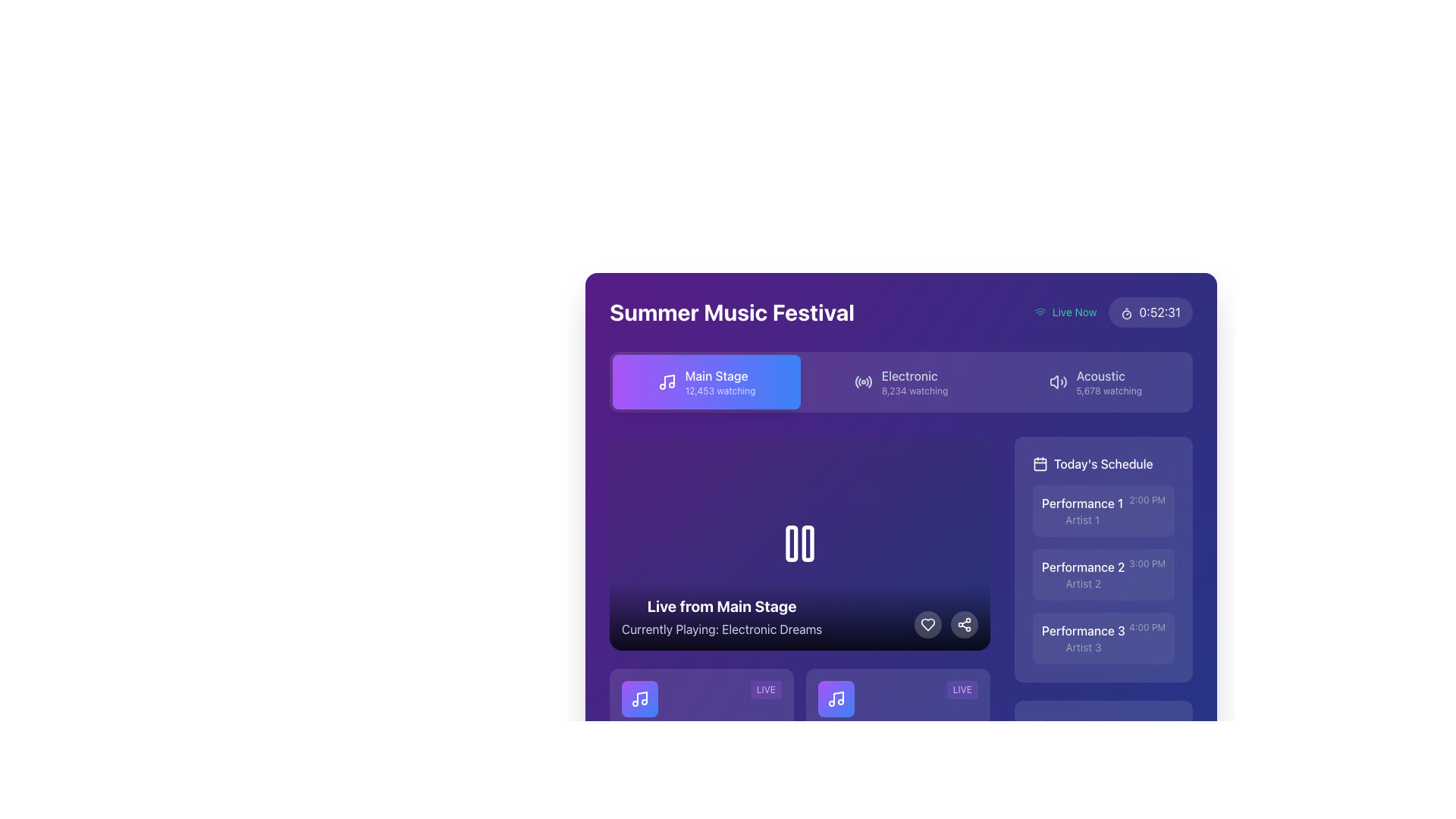  Describe the element at coordinates (1082, 638) in the screenshot. I see `the text element displaying 'Performance 3' and 'Artist 3' within the 'Today's Schedule' section, which has a dark purple background and is located in the bottom-right corner of the interface` at that location.